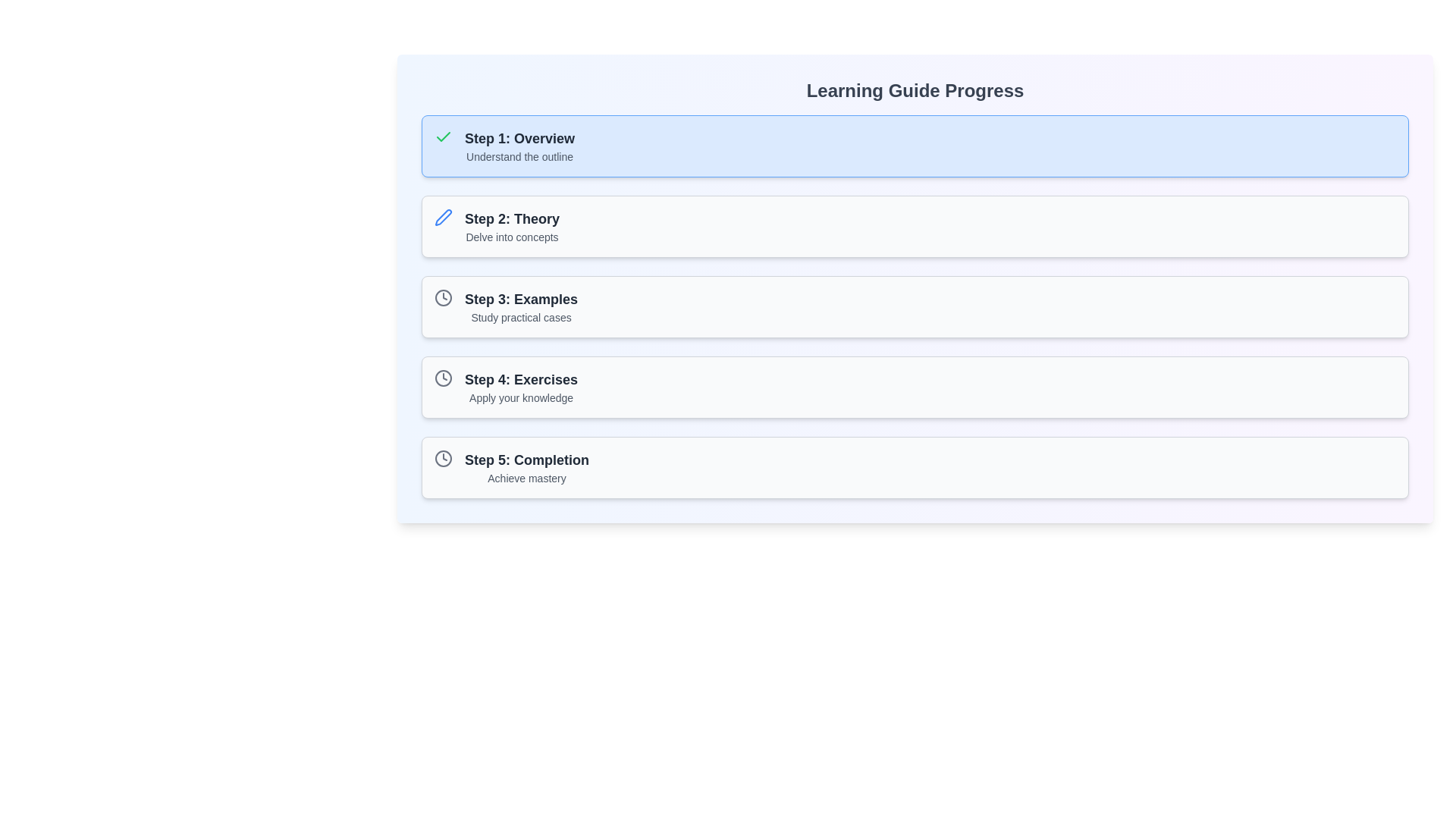 Image resolution: width=1456 pixels, height=819 pixels. Describe the element at coordinates (443, 458) in the screenshot. I see `the SVG circle element that serves as a visual cue for 'Step 3: Examples' in the learning guide` at that location.